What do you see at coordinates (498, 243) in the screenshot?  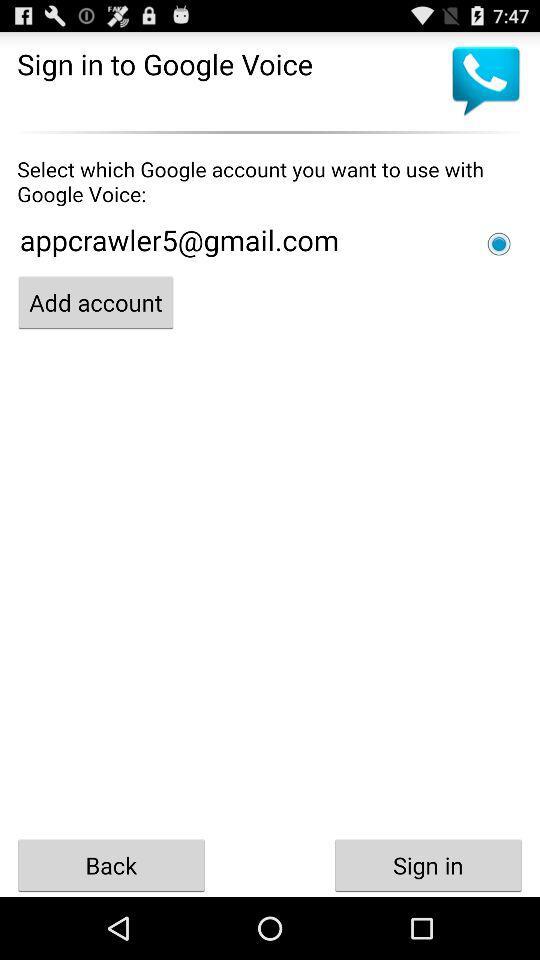 I see `e-mail` at bounding box center [498, 243].